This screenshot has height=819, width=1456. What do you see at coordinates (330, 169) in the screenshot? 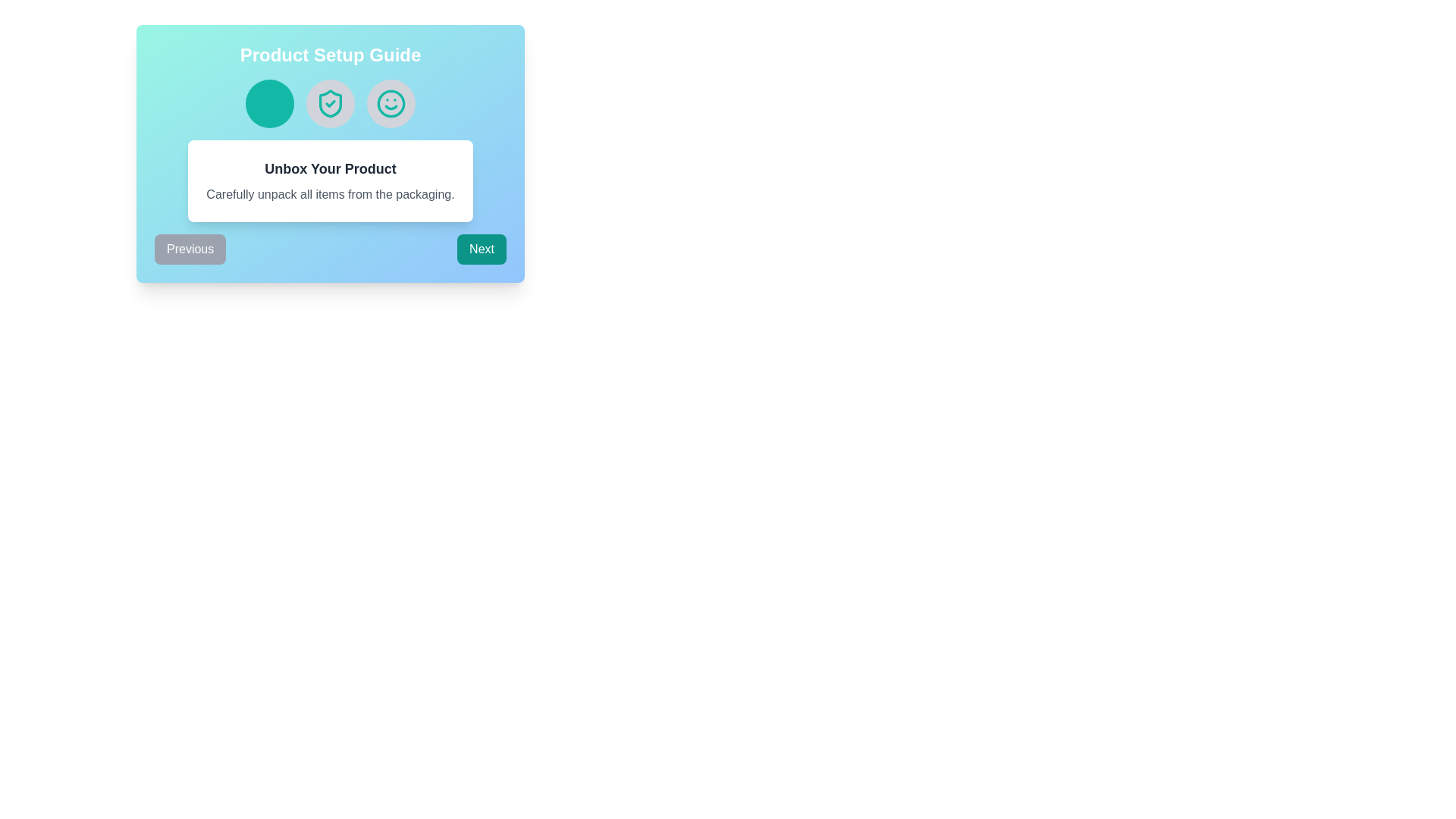
I see `the Text Label that serves as a heading` at bounding box center [330, 169].